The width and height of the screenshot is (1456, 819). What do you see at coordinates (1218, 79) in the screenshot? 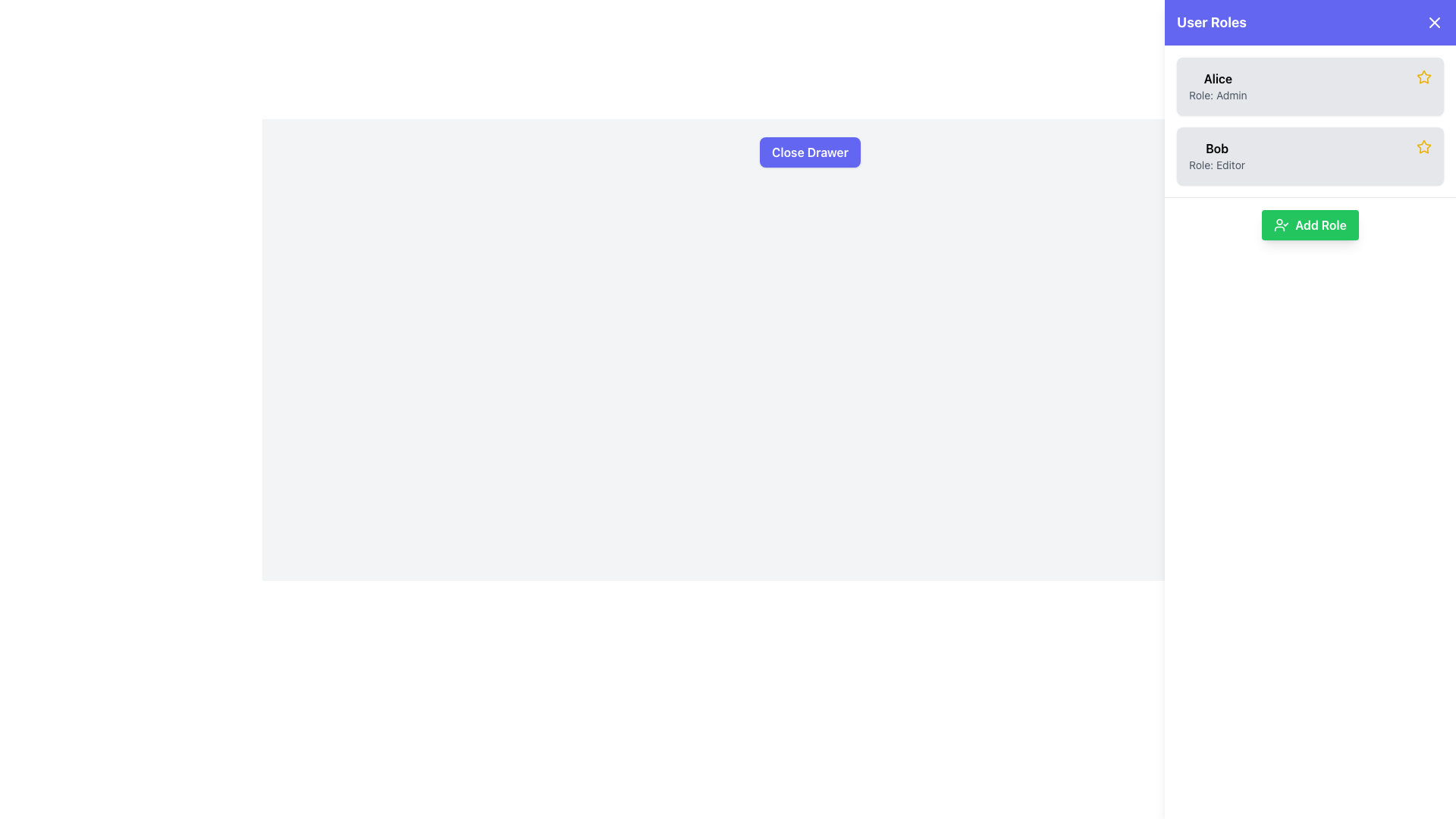
I see `the text displaying the name 'Alice' in the 'User Roles' section, which is the first item in the list of roles` at bounding box center [1218, 79].